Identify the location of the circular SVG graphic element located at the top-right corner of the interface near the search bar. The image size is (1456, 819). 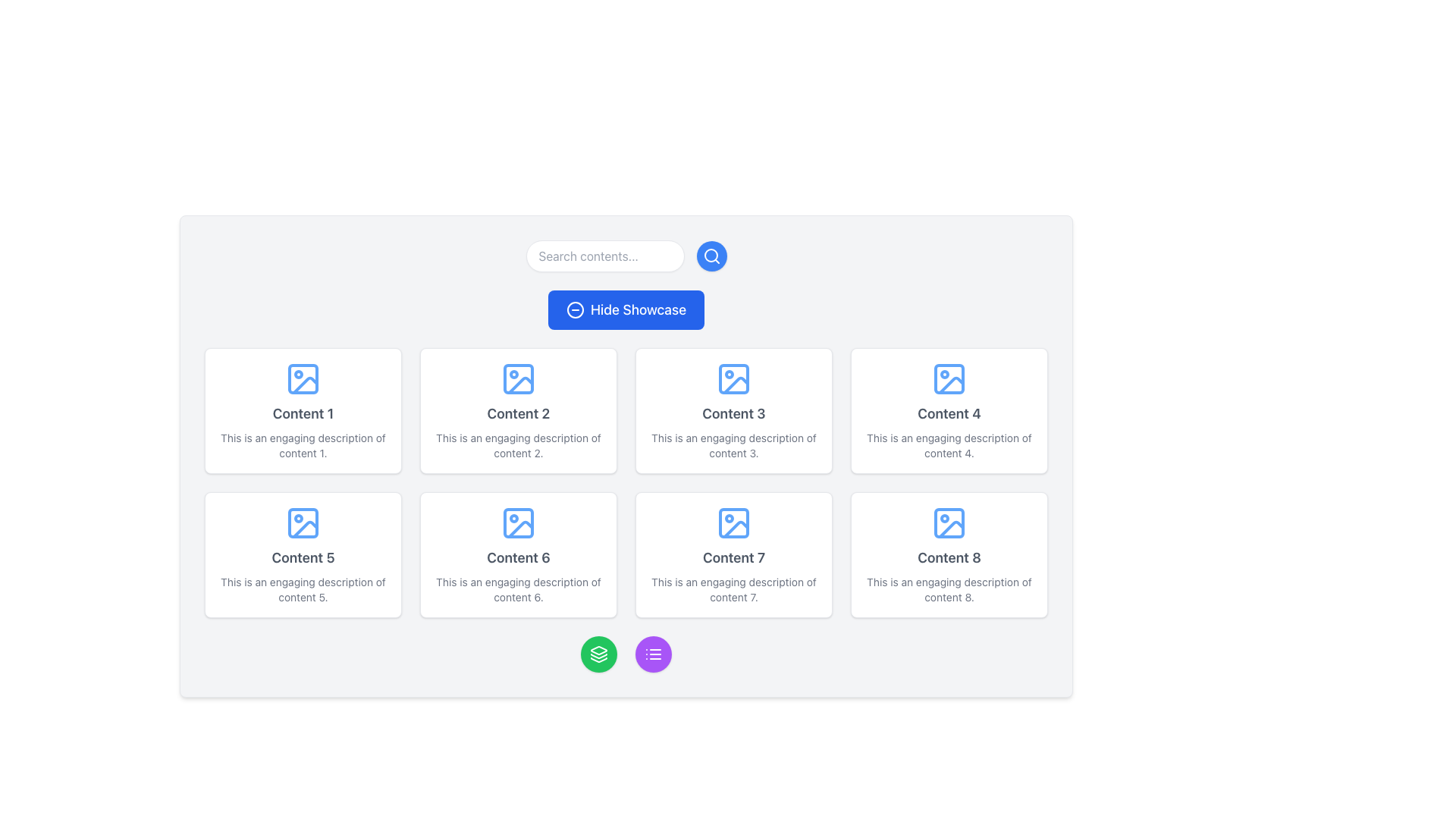
(710, 254).